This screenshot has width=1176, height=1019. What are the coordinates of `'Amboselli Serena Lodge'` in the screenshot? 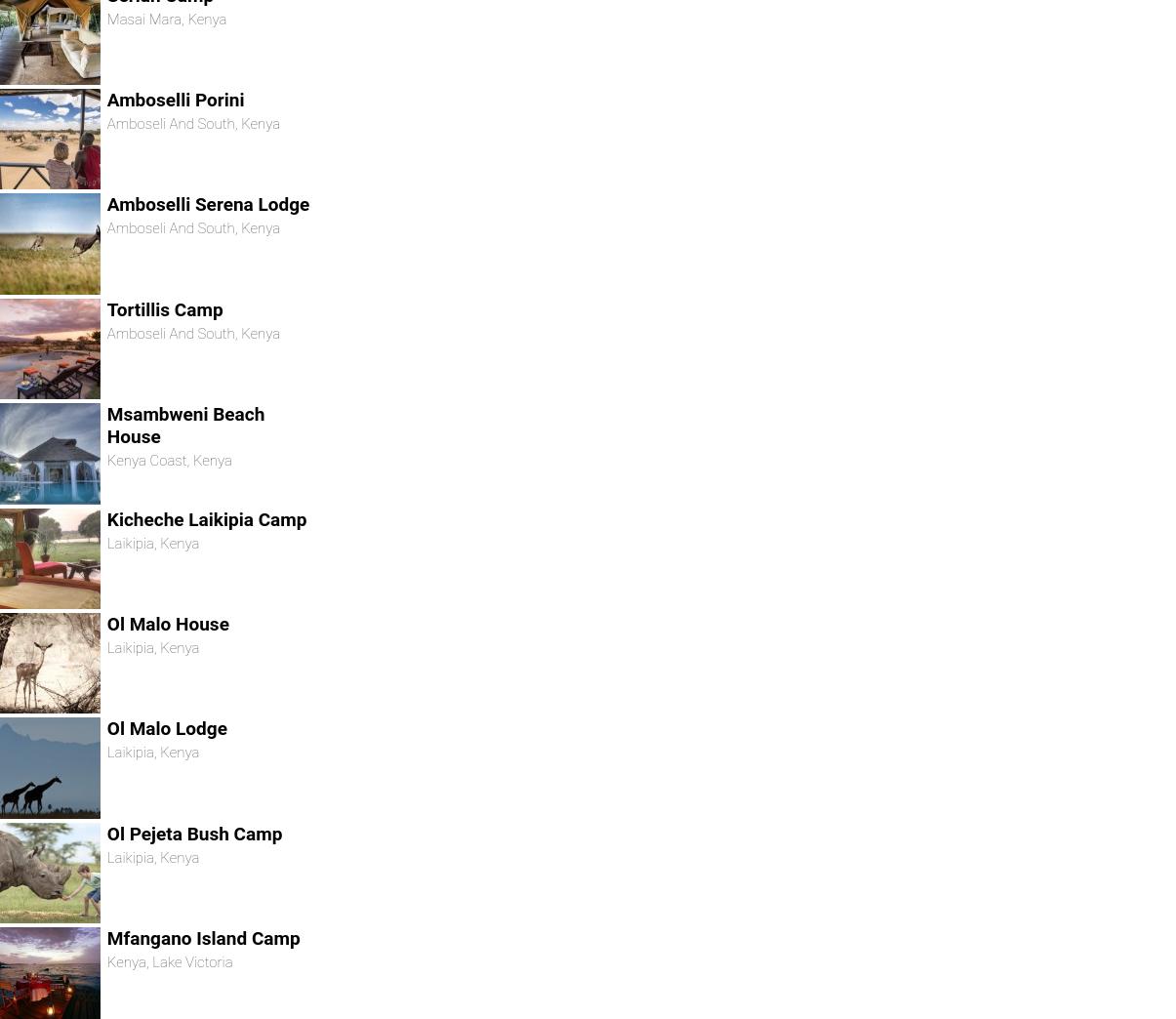 It's located at (207, 204).